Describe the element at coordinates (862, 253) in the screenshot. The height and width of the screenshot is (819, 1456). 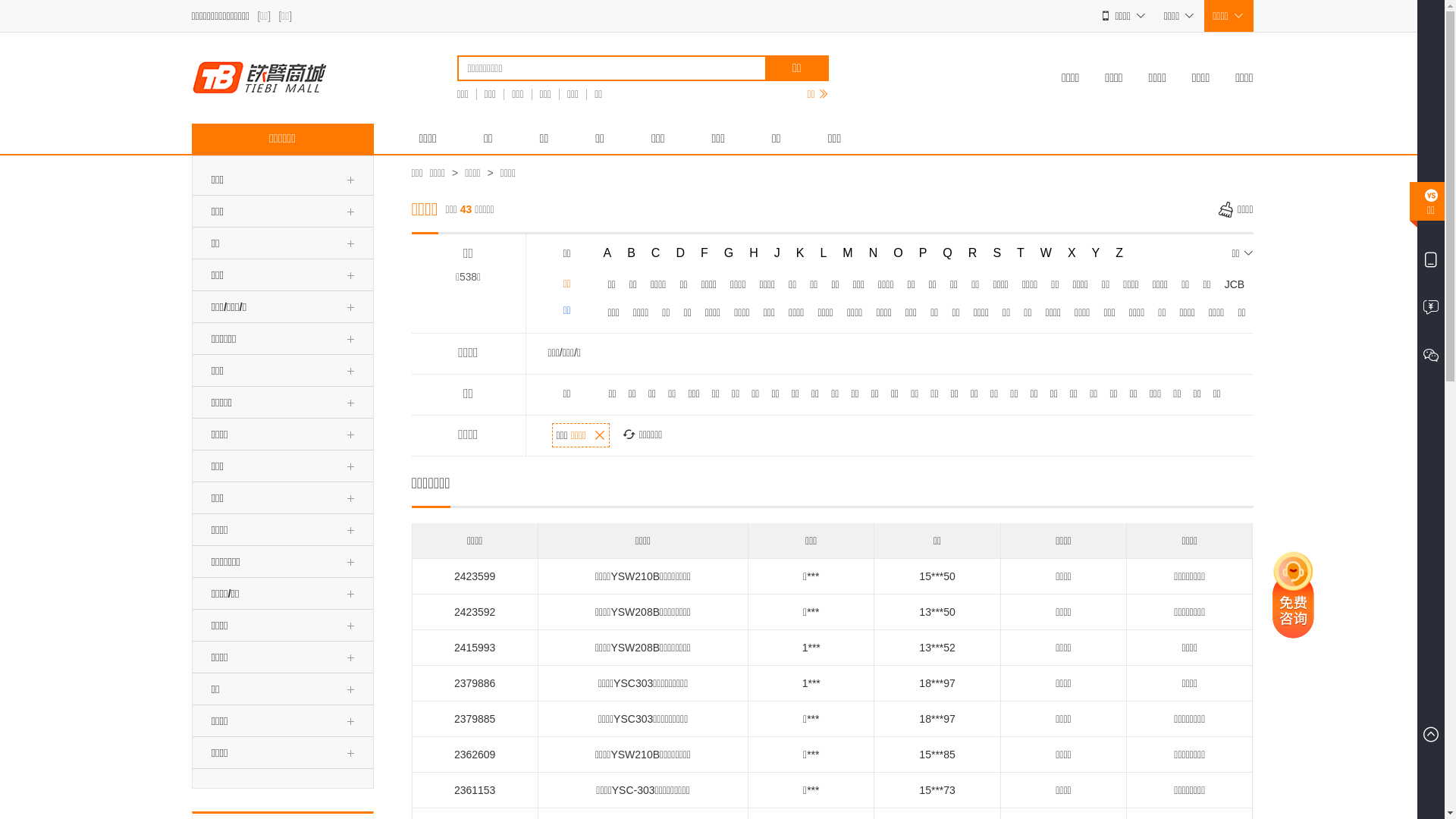
I see `'N'` at that location.